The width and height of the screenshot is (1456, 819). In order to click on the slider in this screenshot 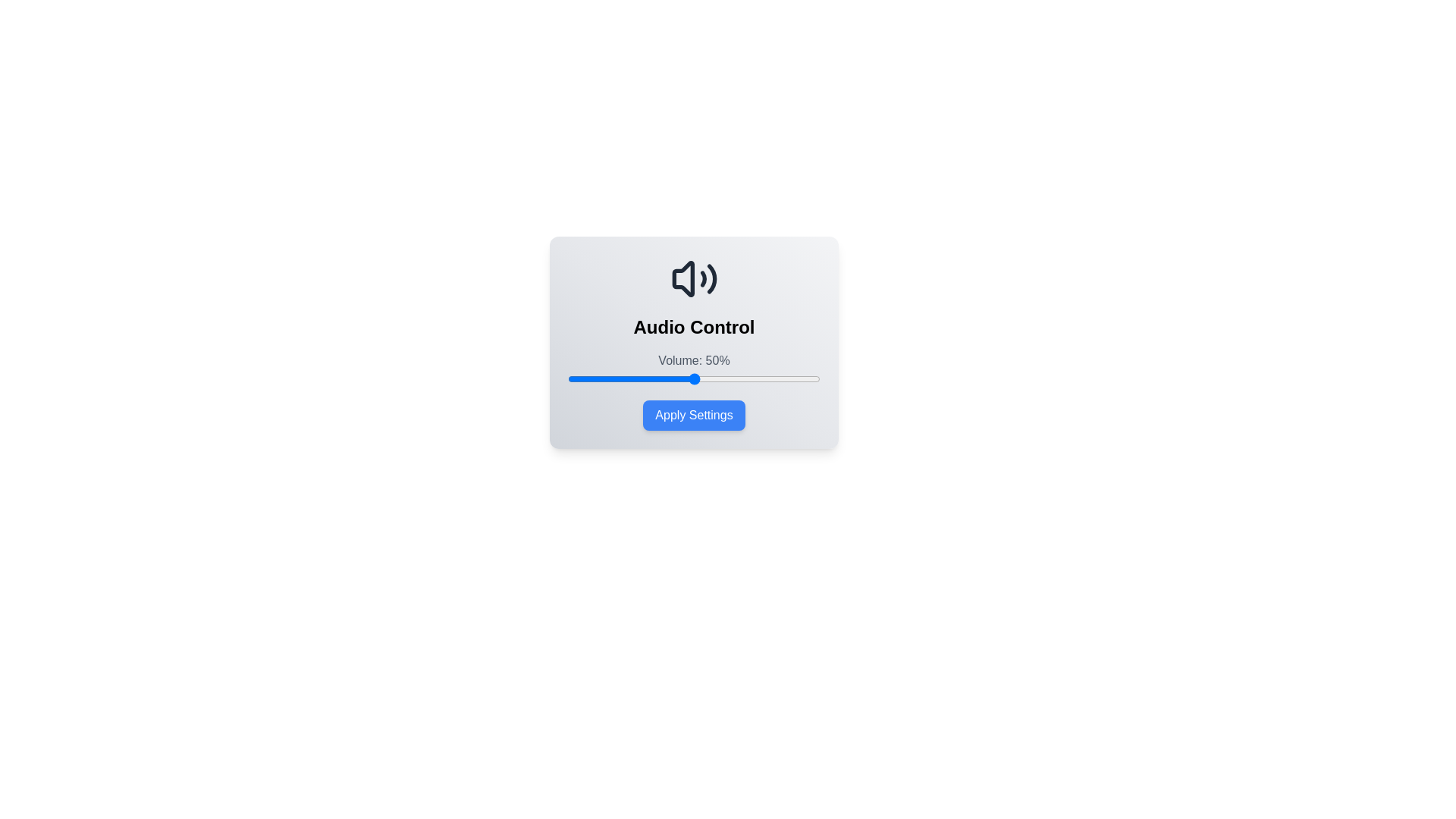, I will do `click(585, 378)`.